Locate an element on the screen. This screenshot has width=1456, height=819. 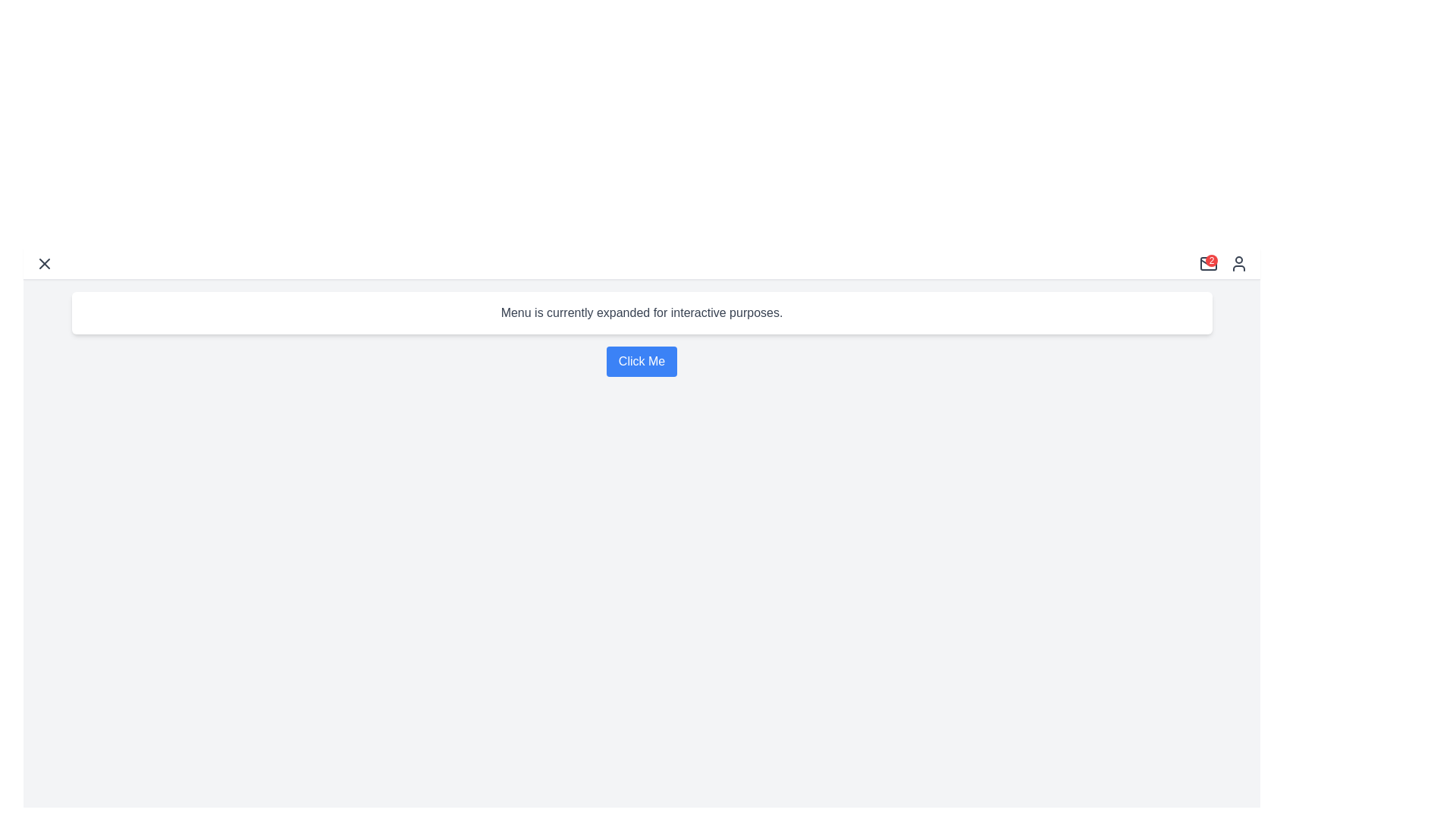
the Notification Badge, which is a small red circular badge with the number '2' centered on it, located at the top-right corner of an envelop icon is located at coordinates (1223, 262).